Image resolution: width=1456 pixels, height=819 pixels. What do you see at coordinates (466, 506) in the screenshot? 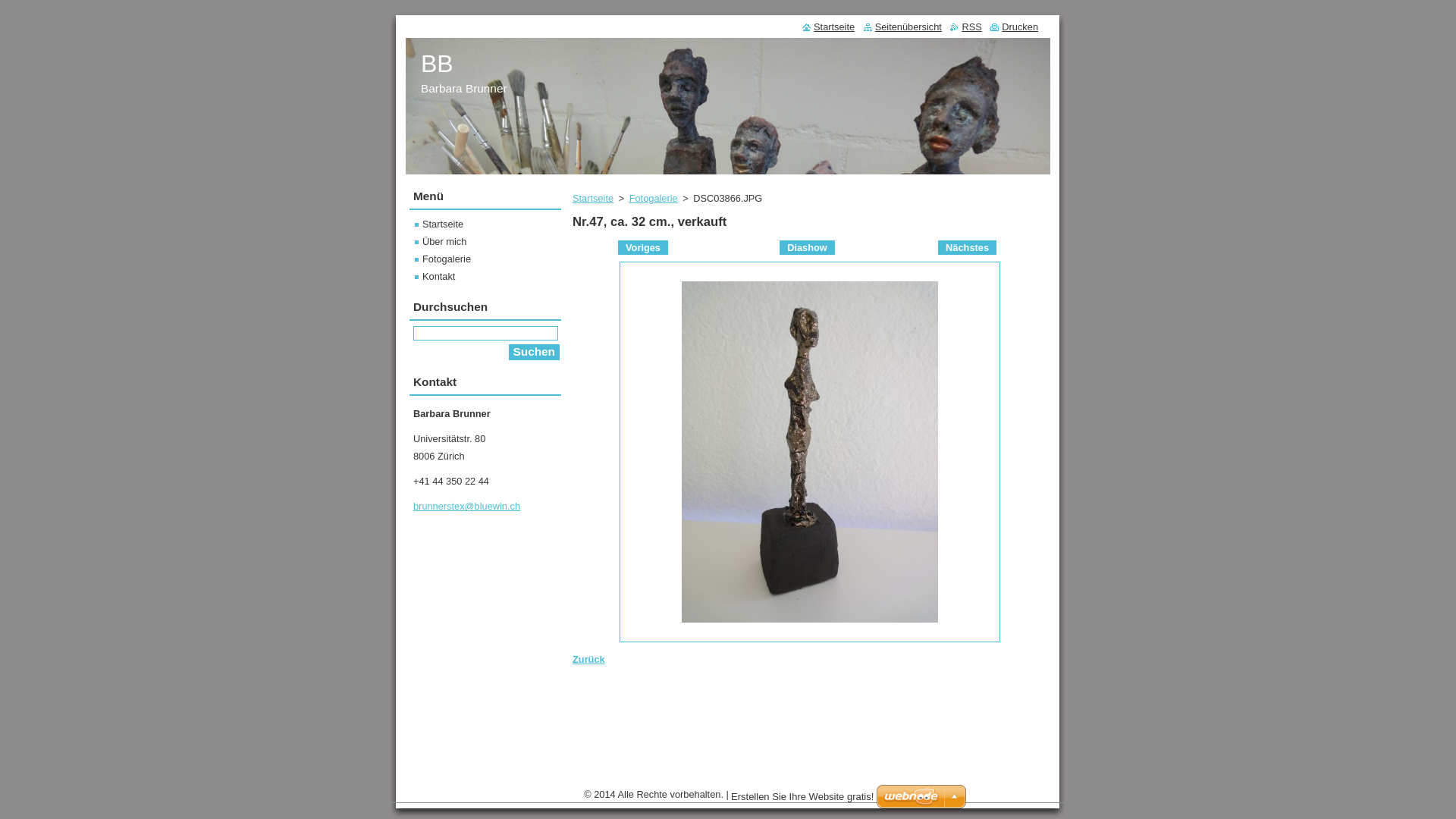
I see `'brunnerstex@bluewin.ch'` at bounding box center [466, 506].